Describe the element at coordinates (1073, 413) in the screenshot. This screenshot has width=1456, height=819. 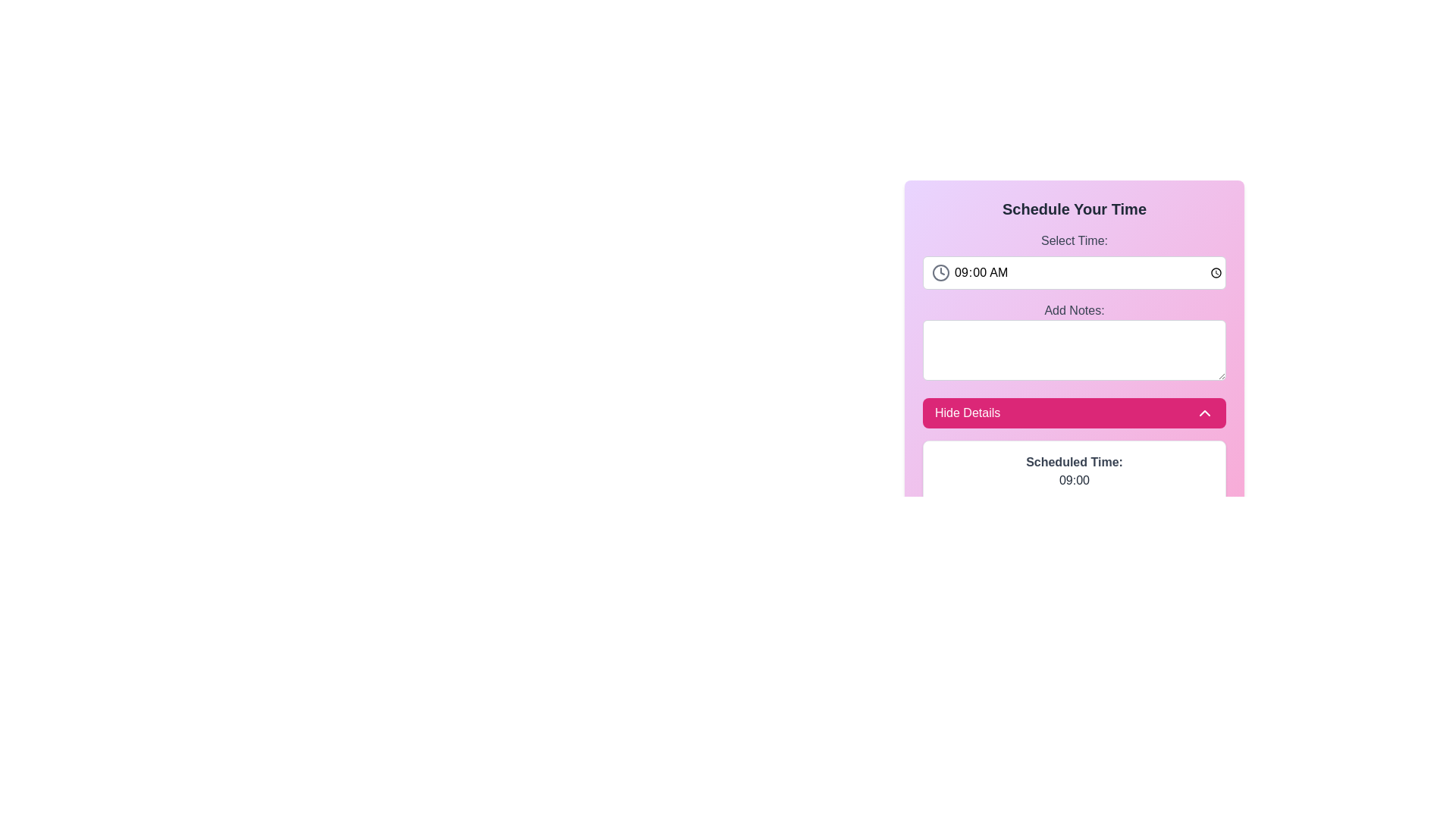
I see `the collapse button located below the 'Add Notes' section and above the 'Scheduled Time' section to interact` at that location.